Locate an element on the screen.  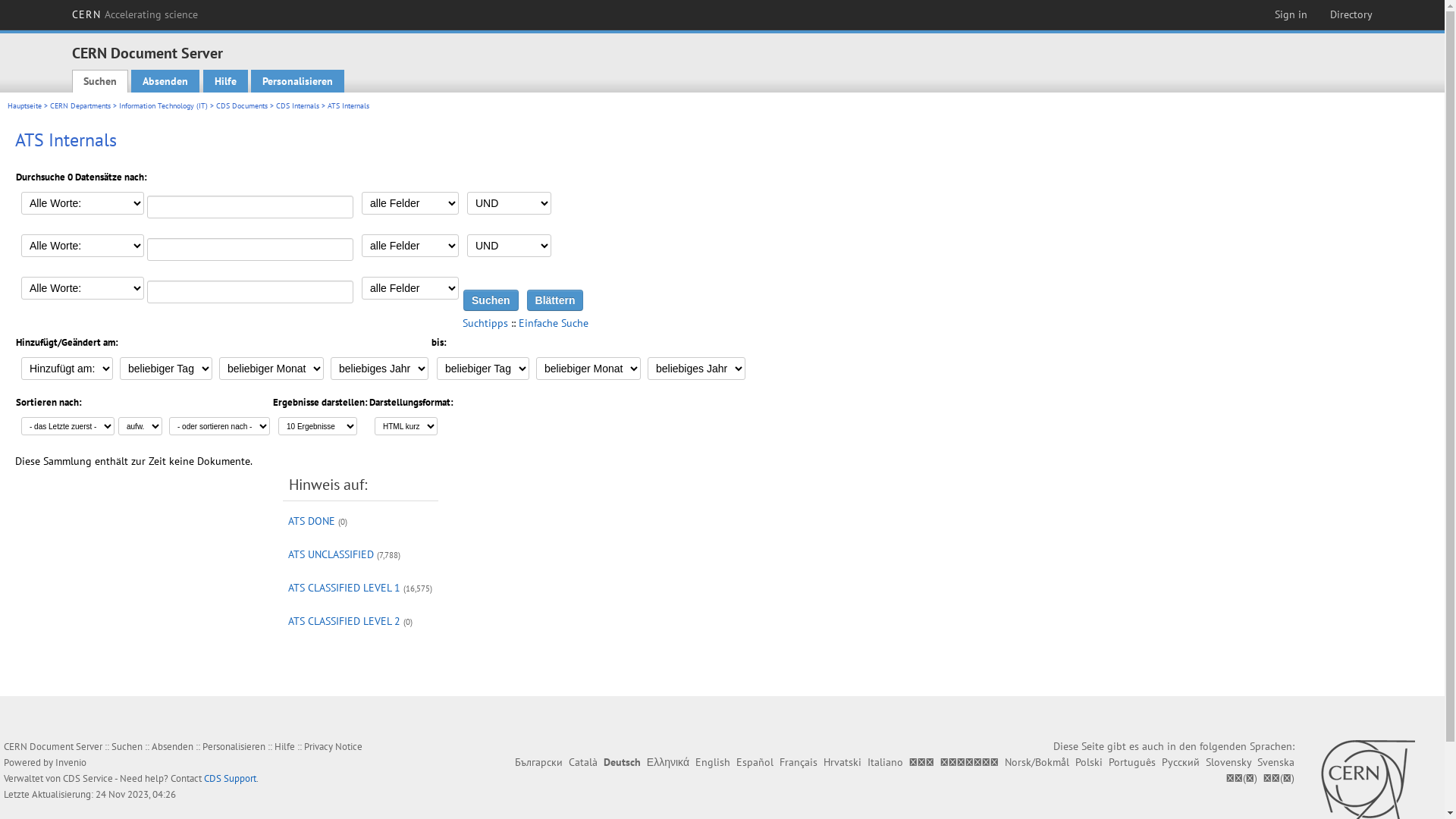
'CDS Support' is located at coordinates (229, 778).